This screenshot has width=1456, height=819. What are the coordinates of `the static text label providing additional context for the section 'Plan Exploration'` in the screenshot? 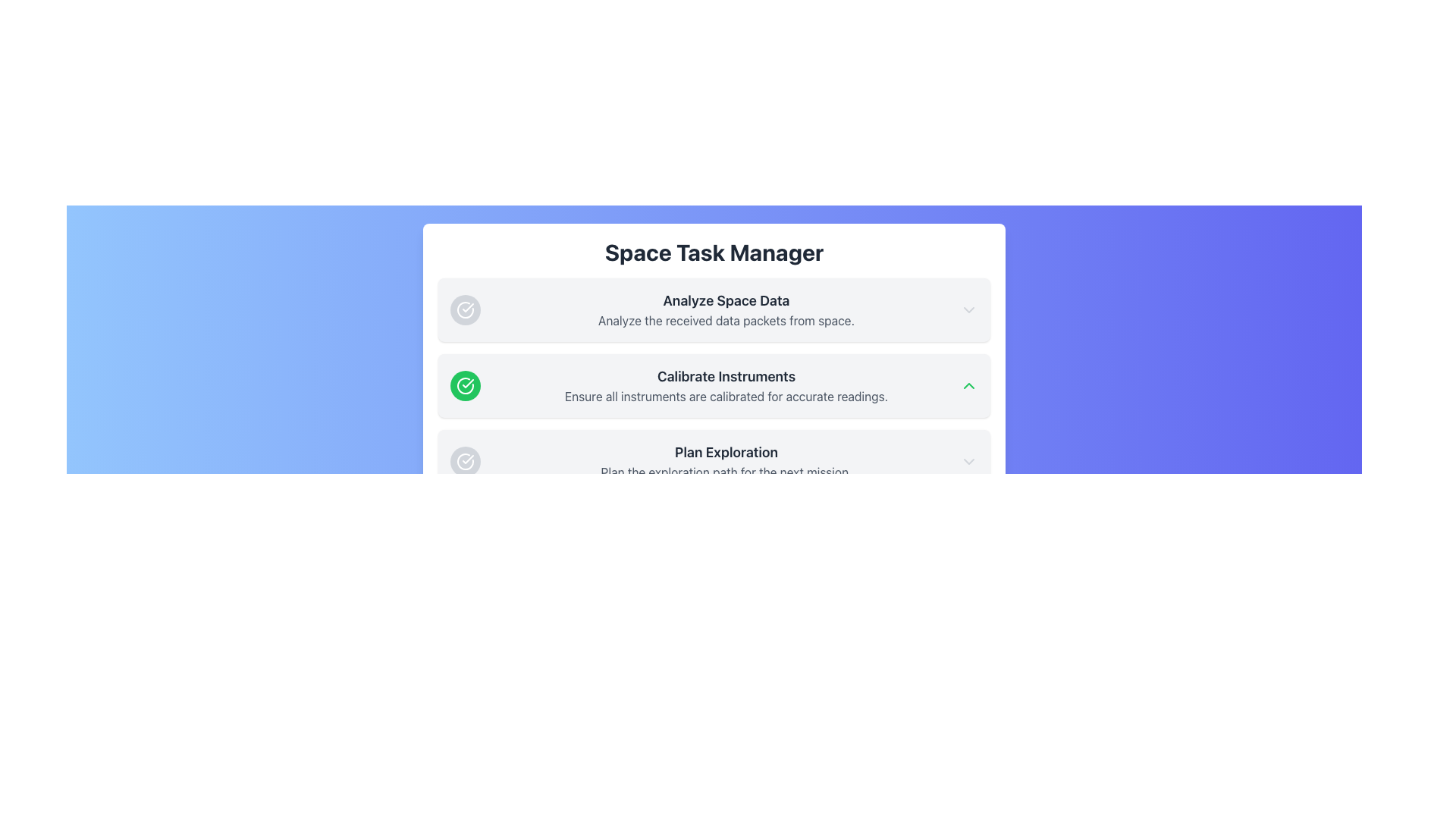 It's located at (726, 472).